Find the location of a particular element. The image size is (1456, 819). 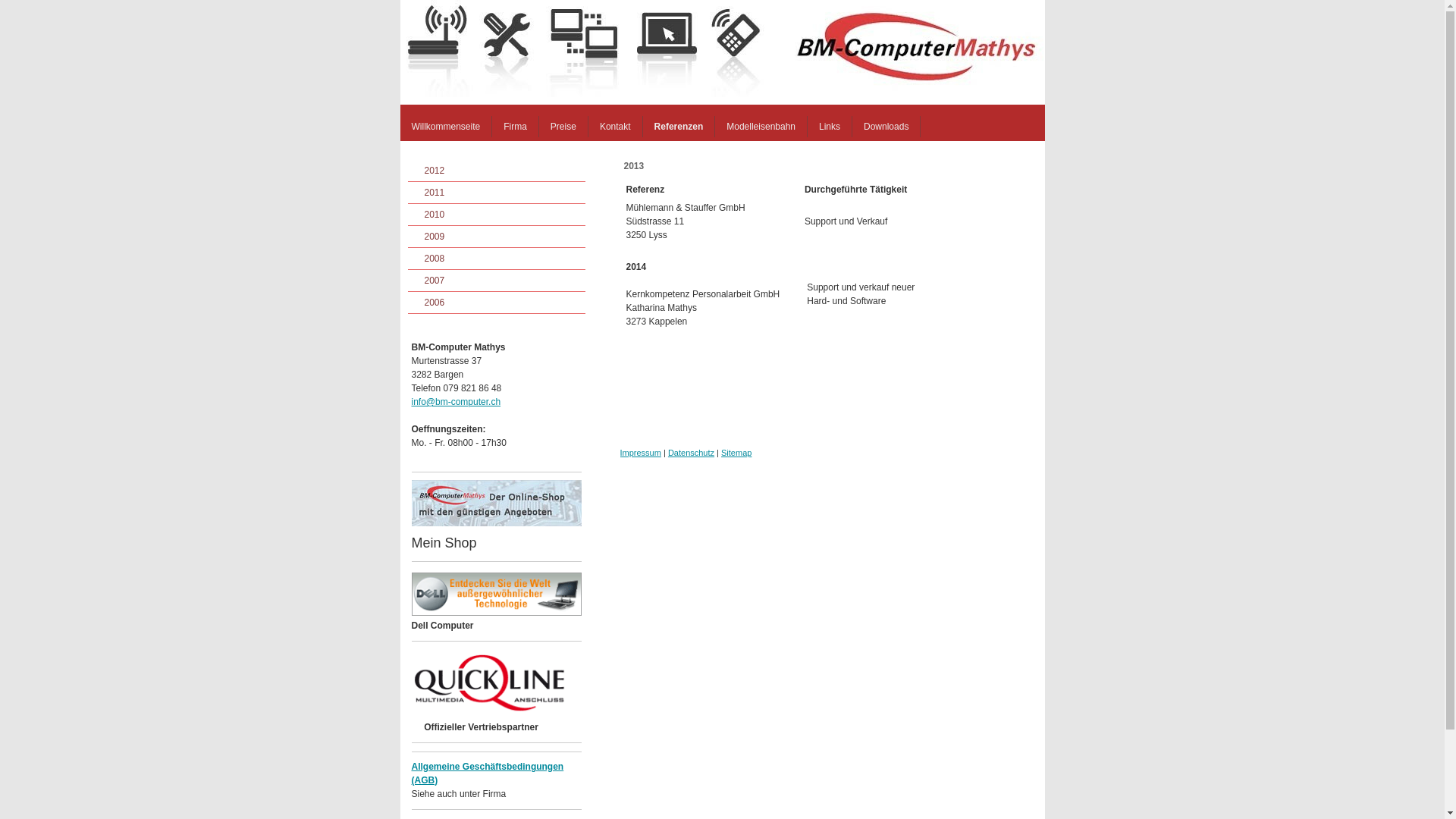

'Kontakt' is located at coordinates (615, 125).